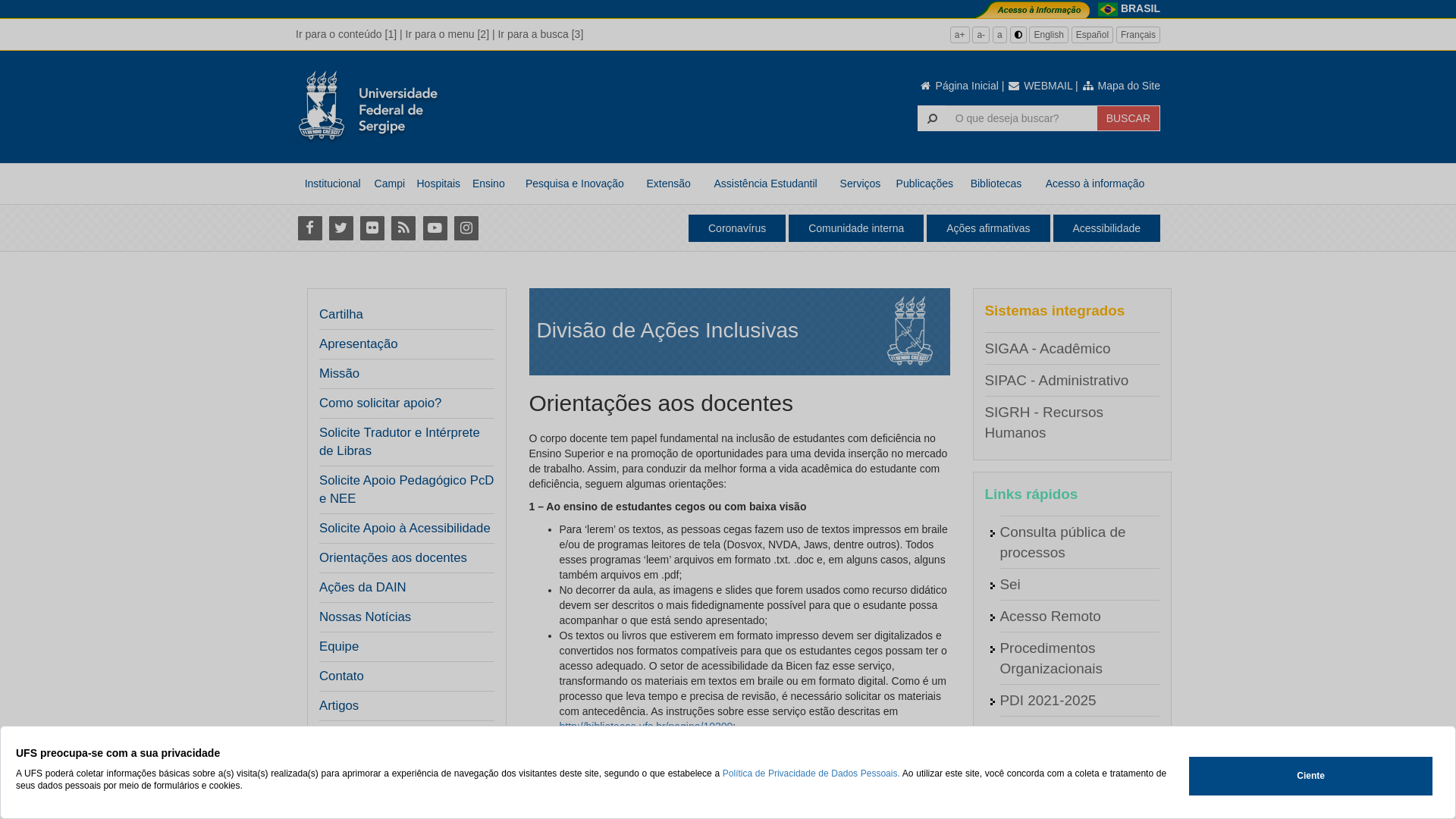 This screenshot has width=1456, height=819. I want to click on 'Acessibilidade', so click(1106, 227).